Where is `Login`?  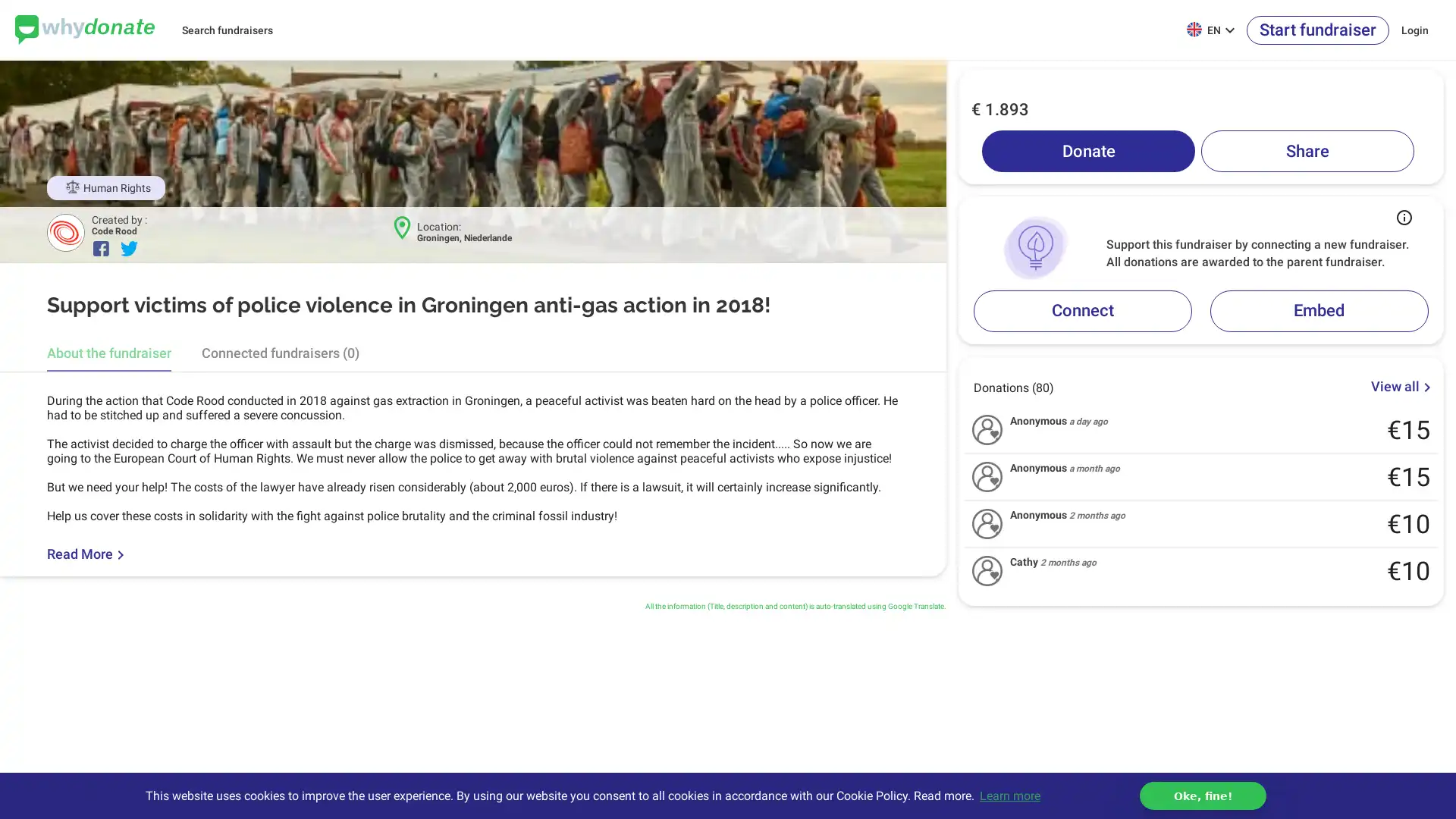 Login is located at coordinates (1414, 29).